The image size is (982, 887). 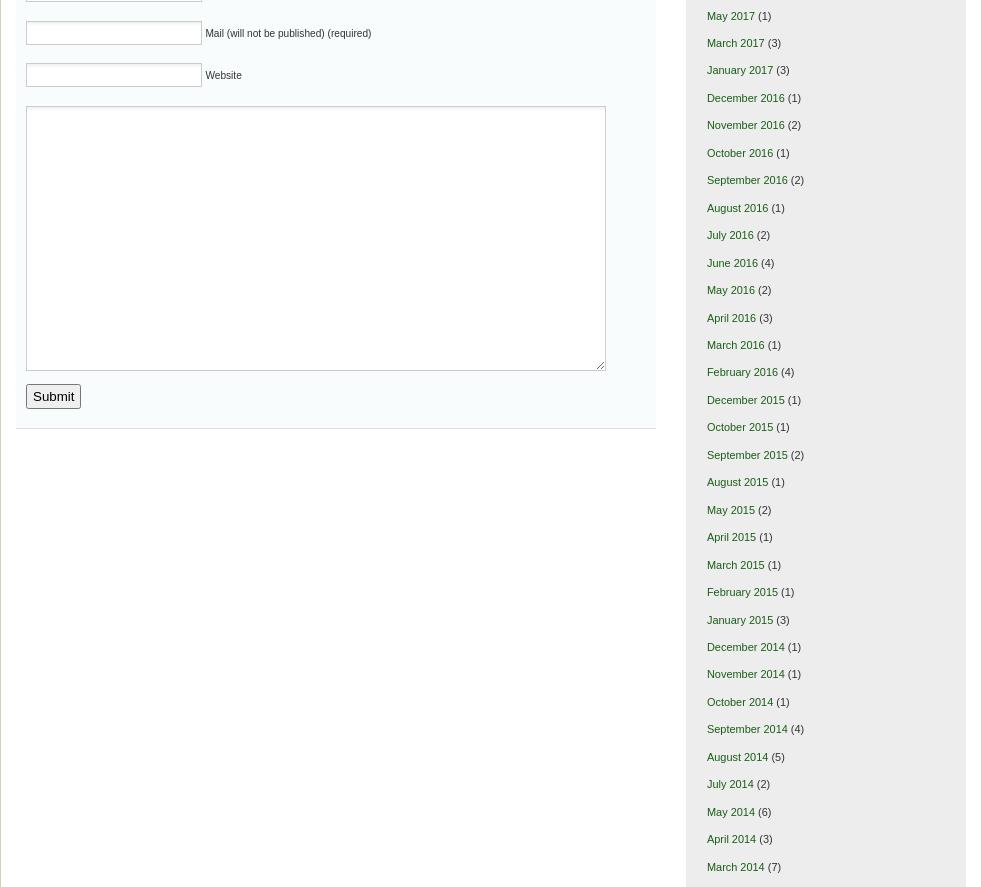 I want to click on 'August 2014', so click(x=735, y=754).